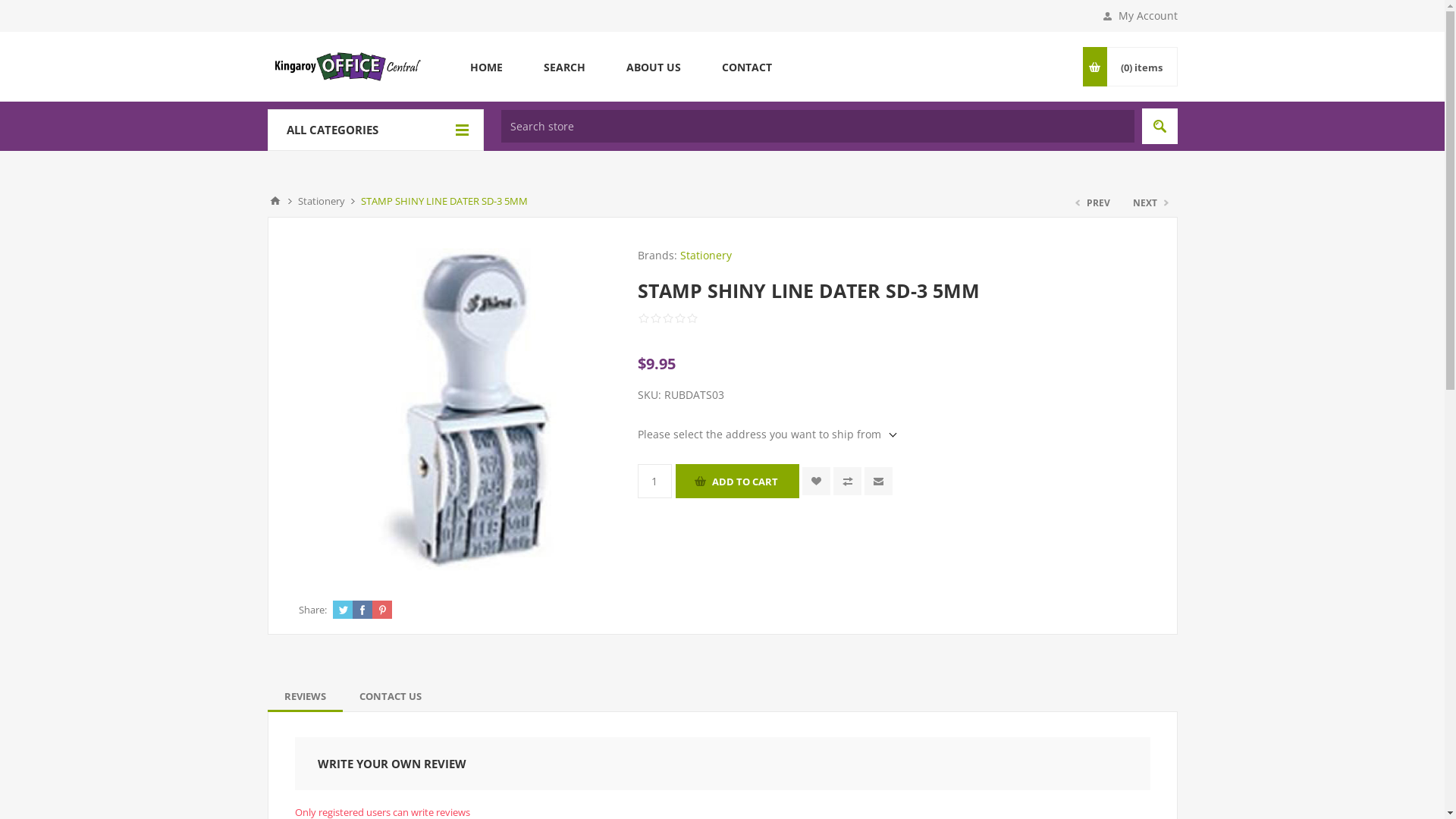  What do you see at coordinates (745, 66) in the screenshot?
I see `'CONTACT'` at bounding box center [745, 66].